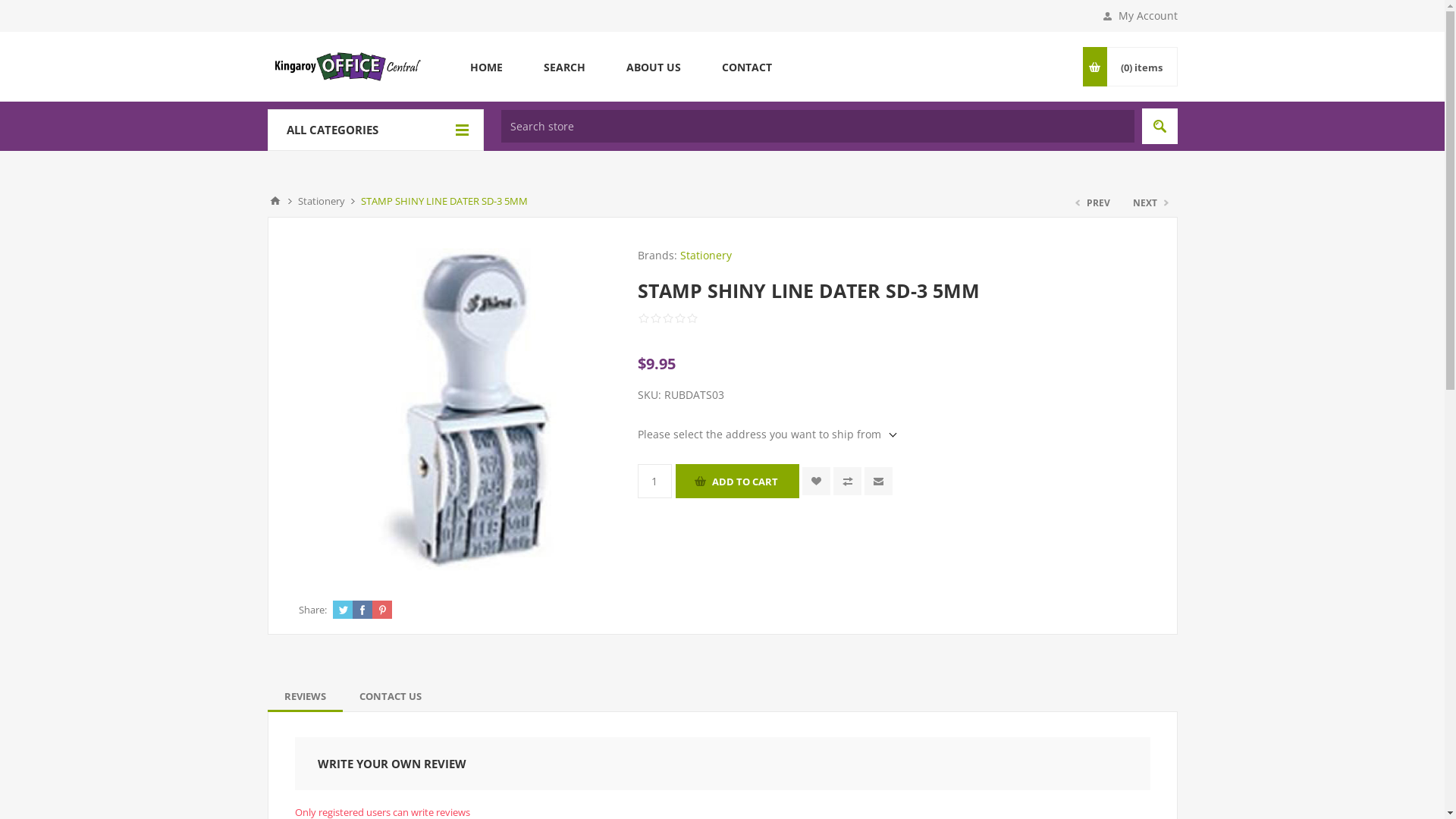  What do you see at coordinates (745, 66) in the screenshot?
I see `'CONTACT'` at bounding box center [745, 66].